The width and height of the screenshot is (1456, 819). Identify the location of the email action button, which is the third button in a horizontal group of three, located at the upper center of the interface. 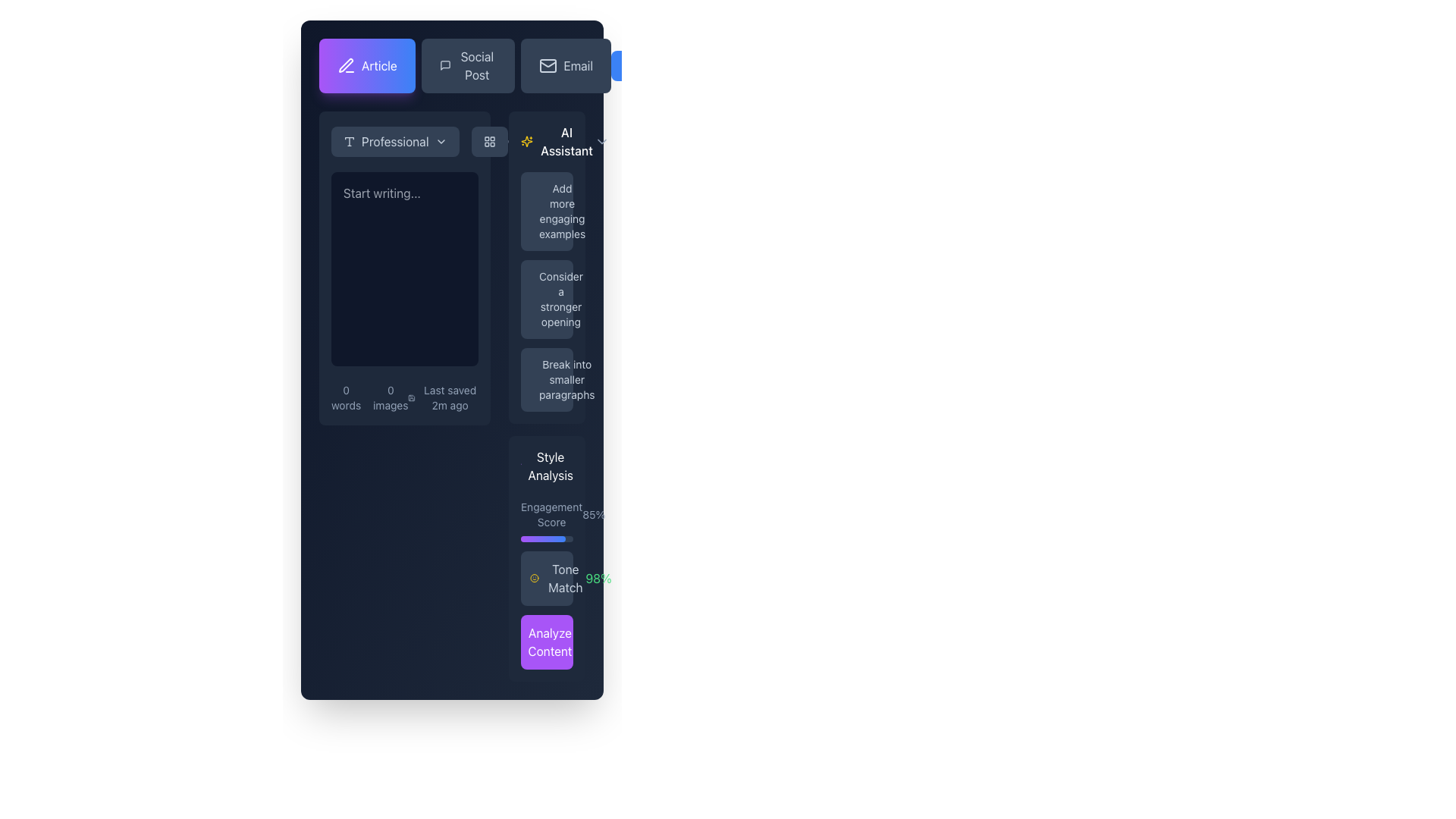
(565, 65).